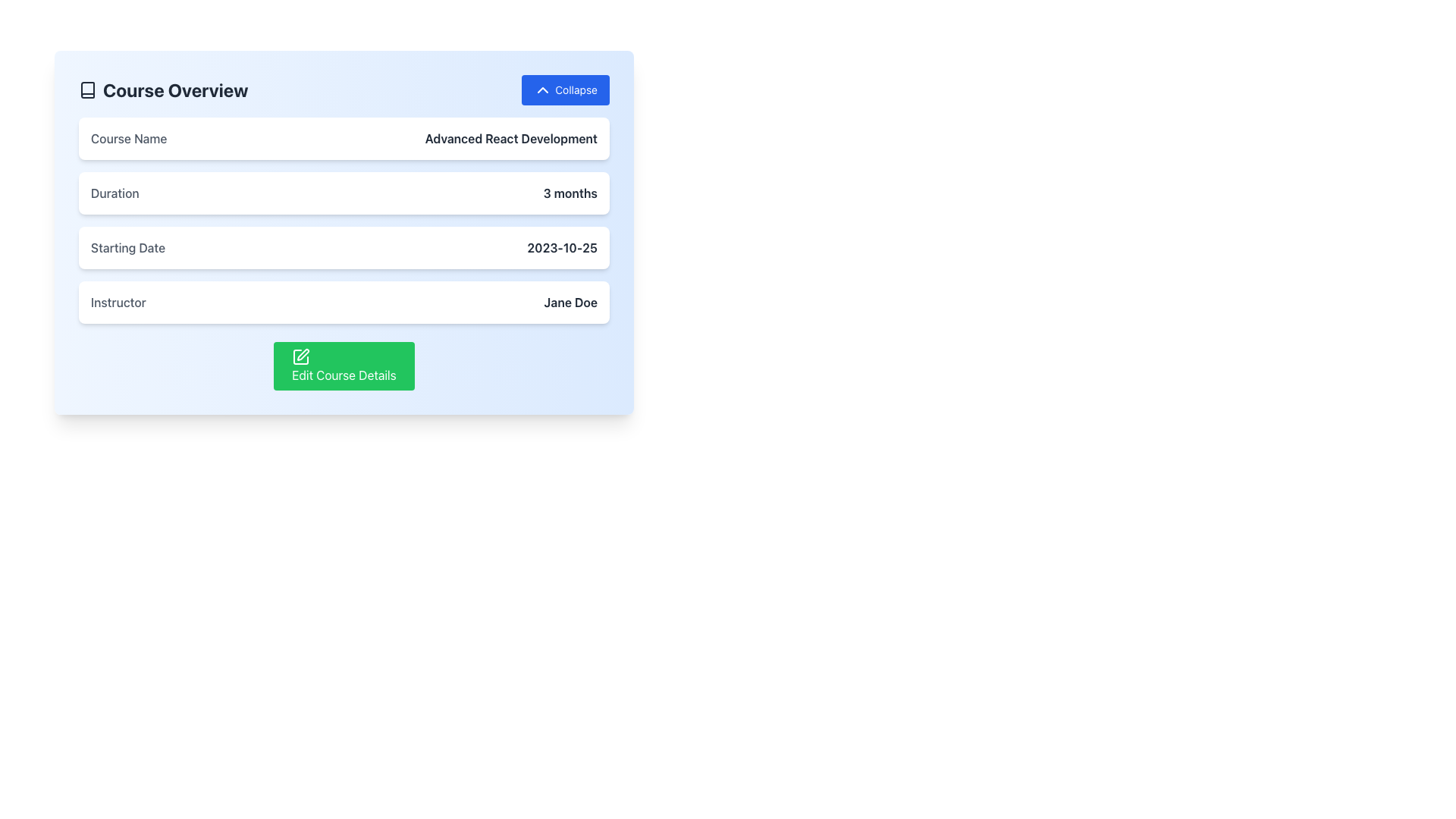 This screenshot has height=819, width=1456. Describe the element at coordinates (565, 90) in the screenshot. I see `the rectangular blue button labeled 'Collapse' with a white text and an upward-pointing chevron icon, located on the right side of the 'Course Overview' header` at that location.